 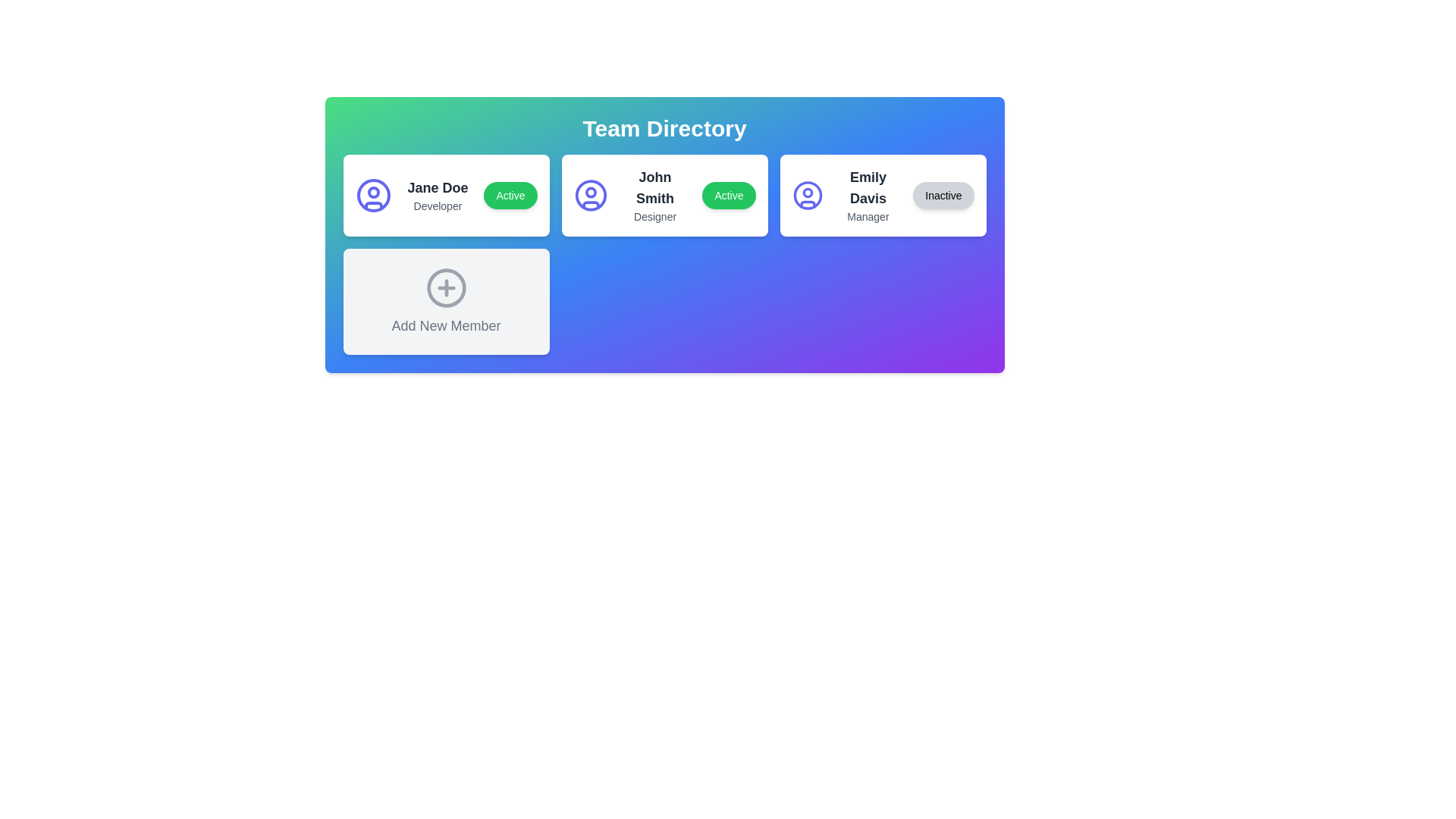 What do you see at coordinates (655, 195) in the screenshot?
I see `the text label that identifies team member 'John Smith', which is located in the second card of the team directory view, aligned to the left of the 'Active' status button` at bounding box center [655, 195].